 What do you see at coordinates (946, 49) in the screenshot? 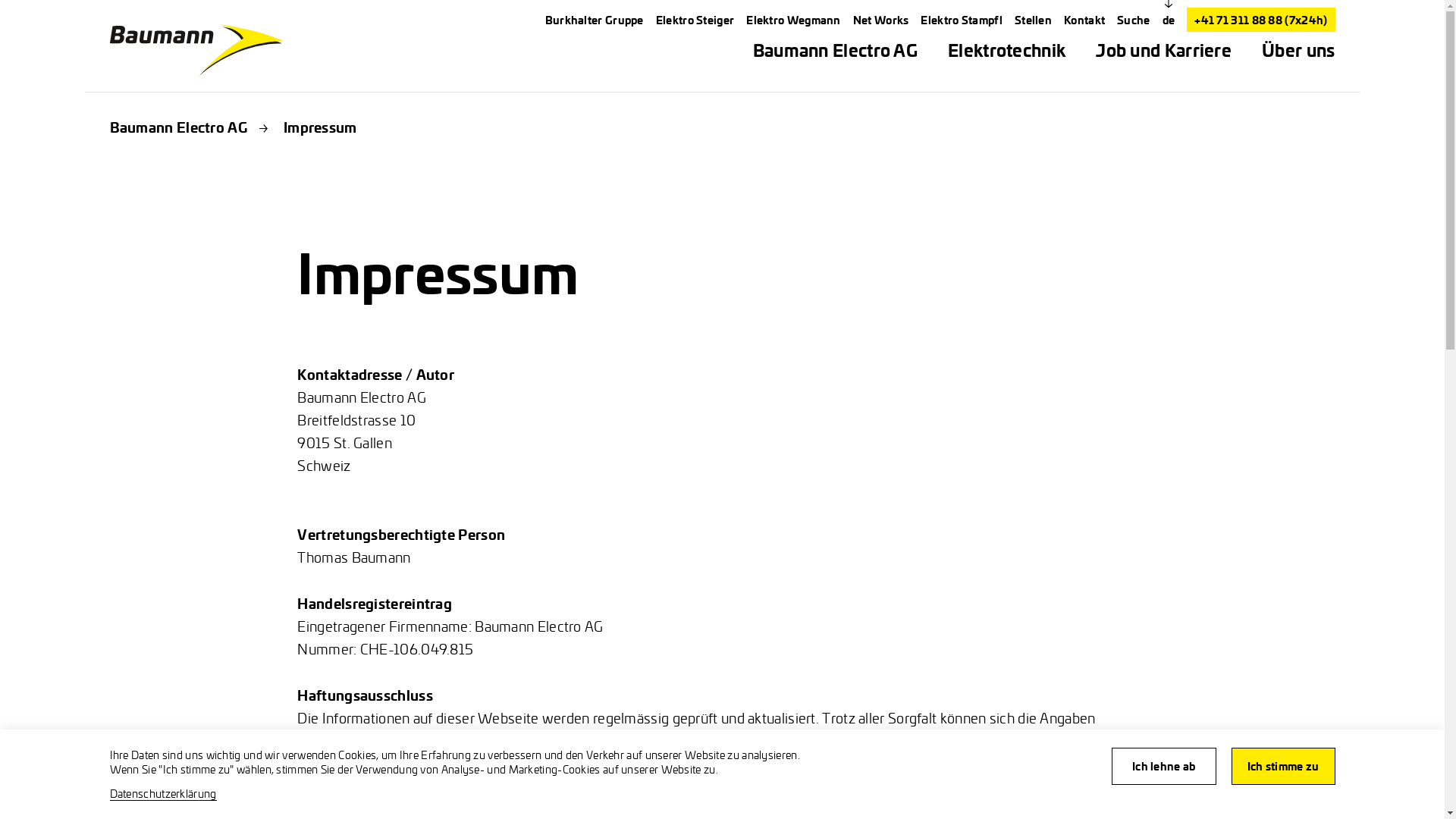
I see `'Elektrotechnik'` at bounding box center [946, 49].